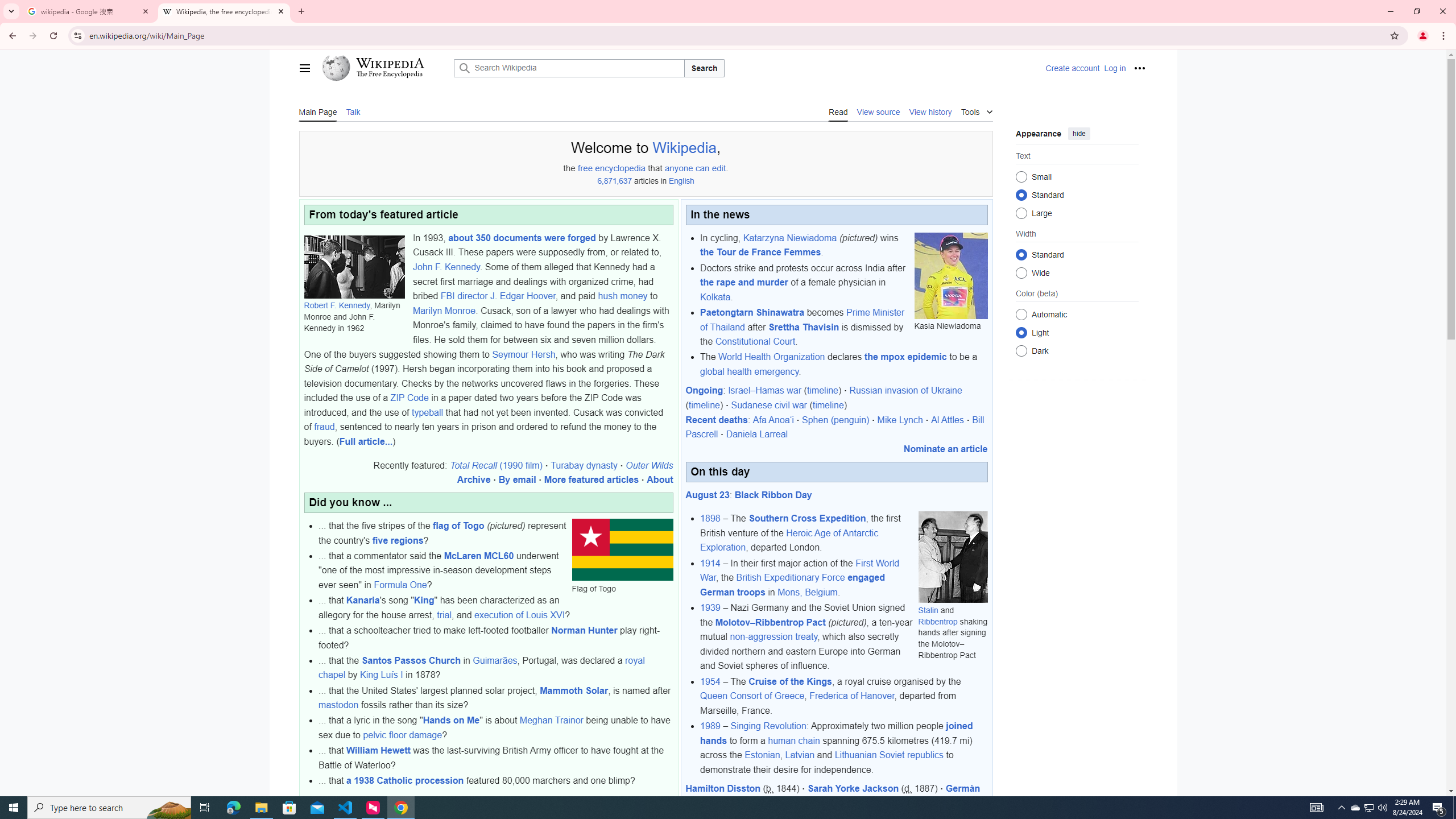 The image size is (1456, 819). I want to click on 'Wikipedia The Free Encyclopedia', so click(384, 68).